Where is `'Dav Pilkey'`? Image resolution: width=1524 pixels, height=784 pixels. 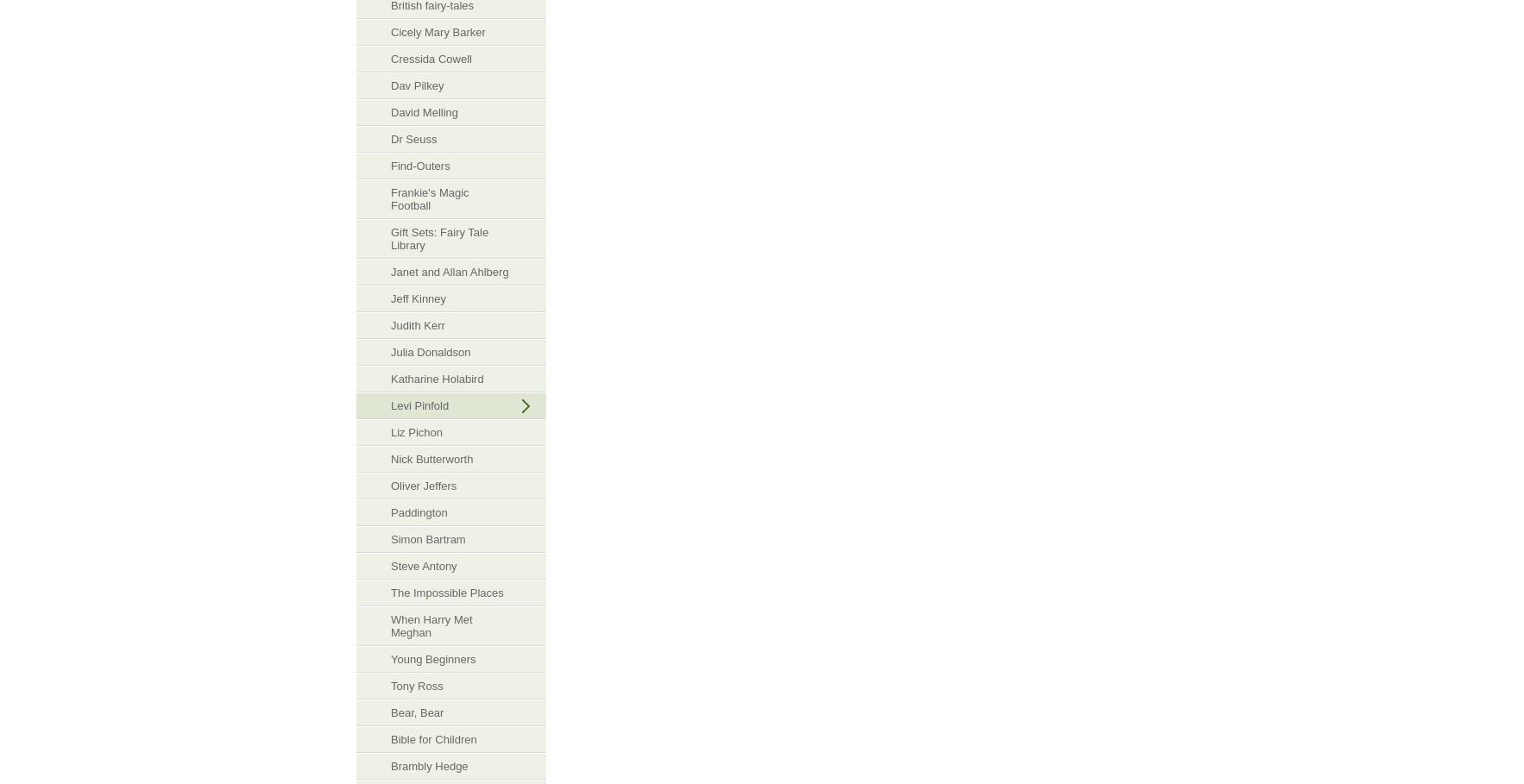 'Dav Pilkey' is located at coordinates (417, 85).